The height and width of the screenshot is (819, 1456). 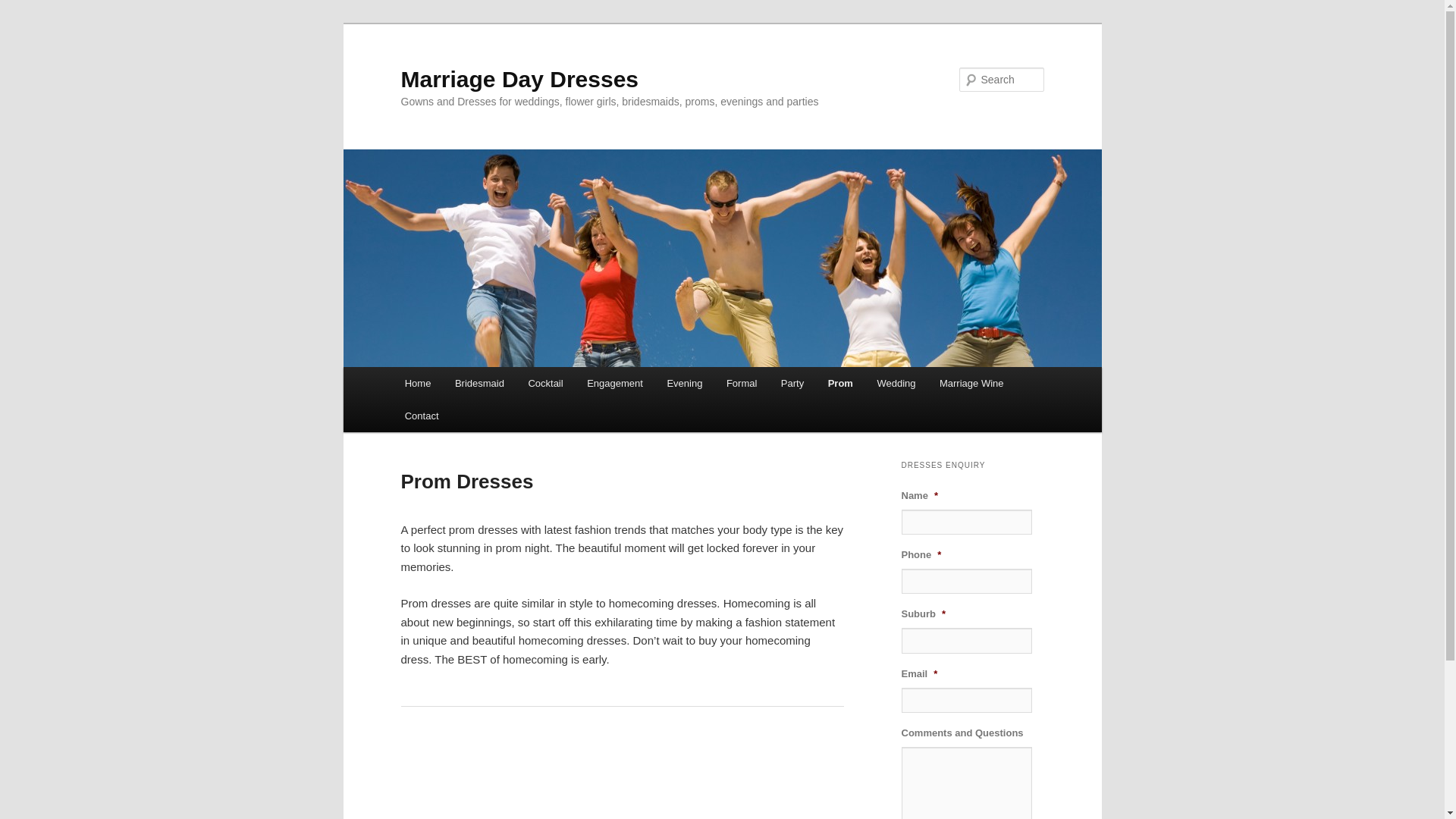 What do you see at coordinates (574, 382) in the screenshot?
I see `'Engagement'` at bounding box center [574, 382].